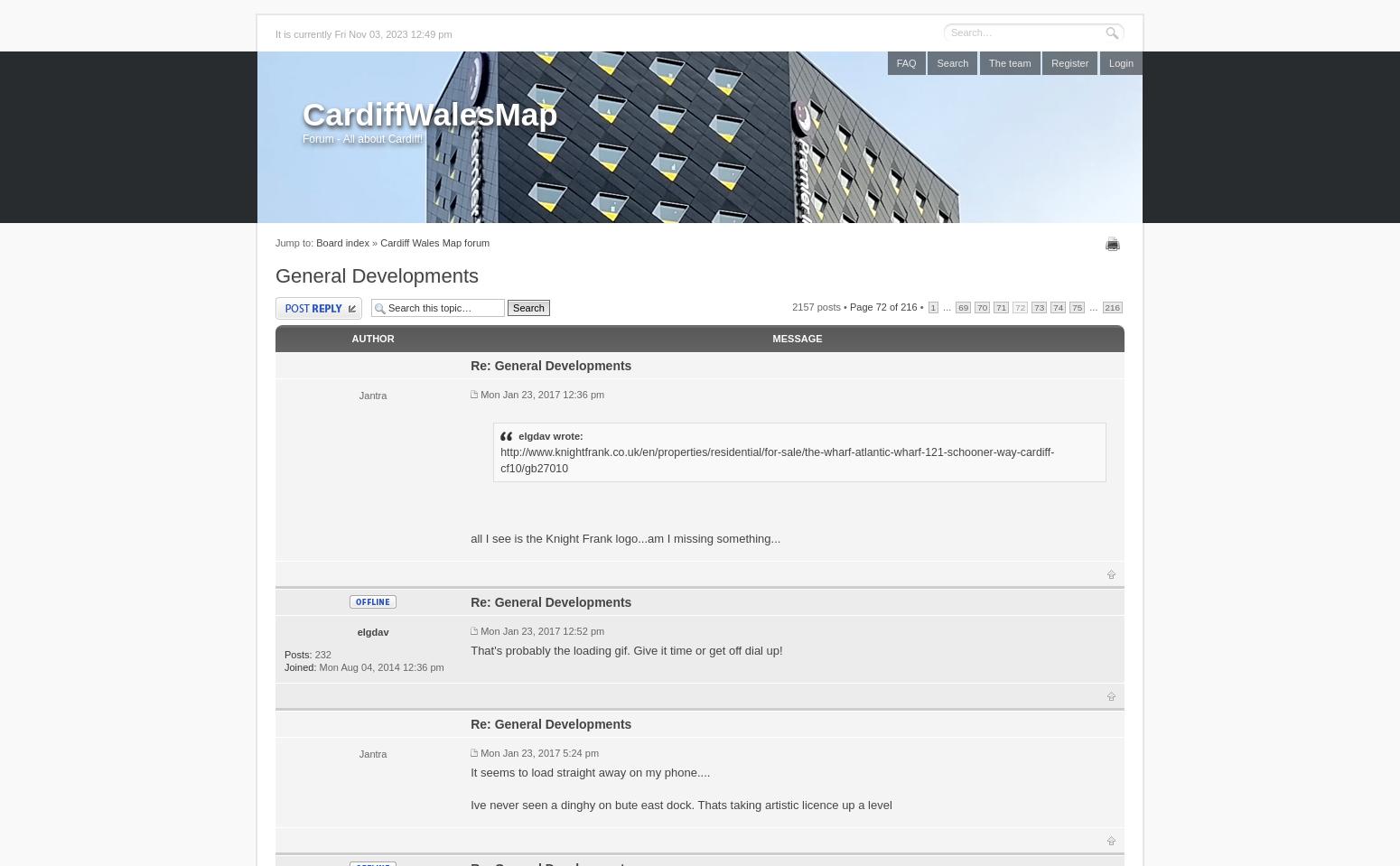 The height and width of the screenshot is (866, 1400). What do you see at coordinates (977, 305) in the screenshot?
I see `'70'` at bounding box center [977, 305].